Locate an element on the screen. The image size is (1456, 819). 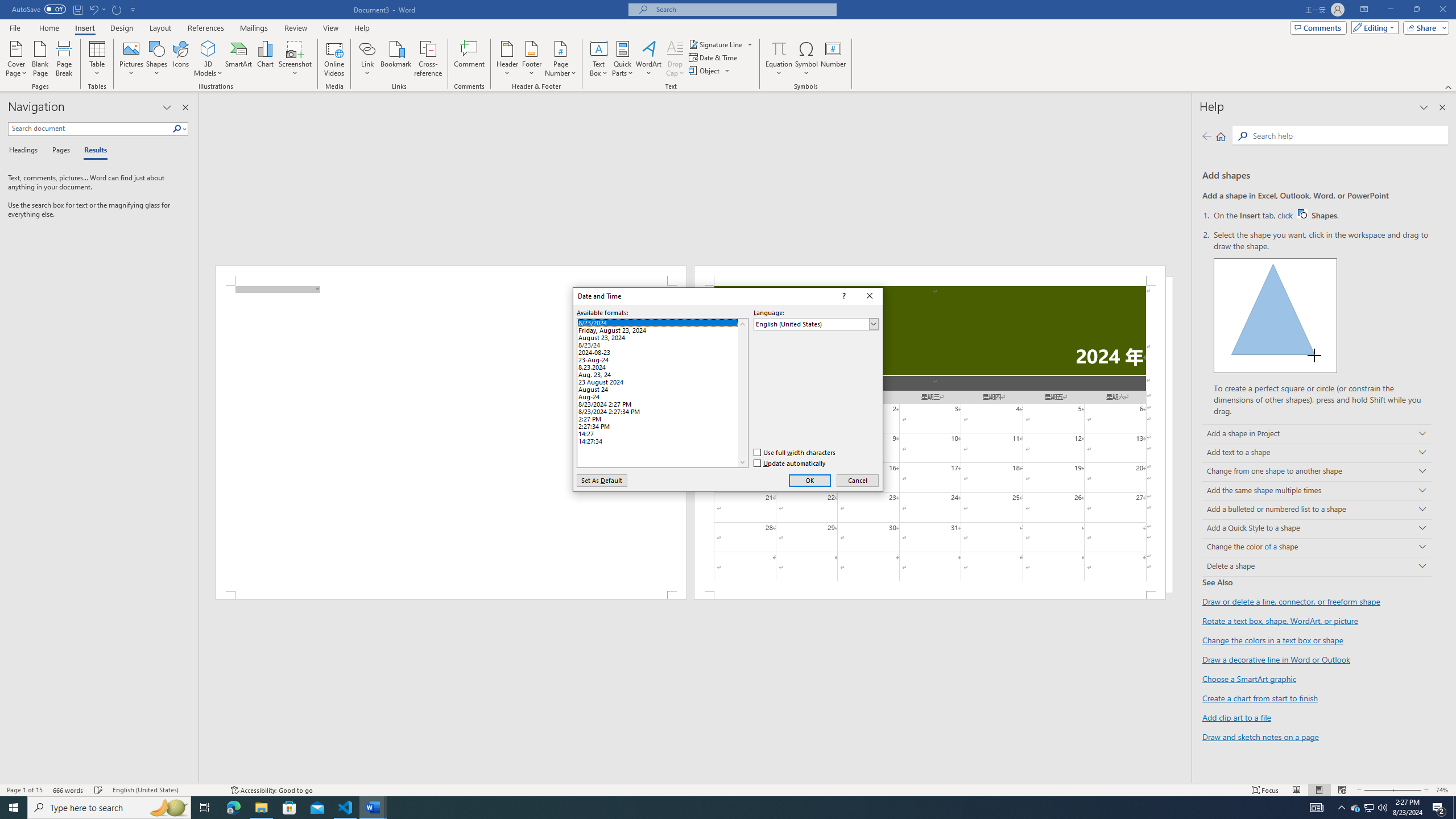
'2:27:34 PM' is located at coordinates (661, 425).